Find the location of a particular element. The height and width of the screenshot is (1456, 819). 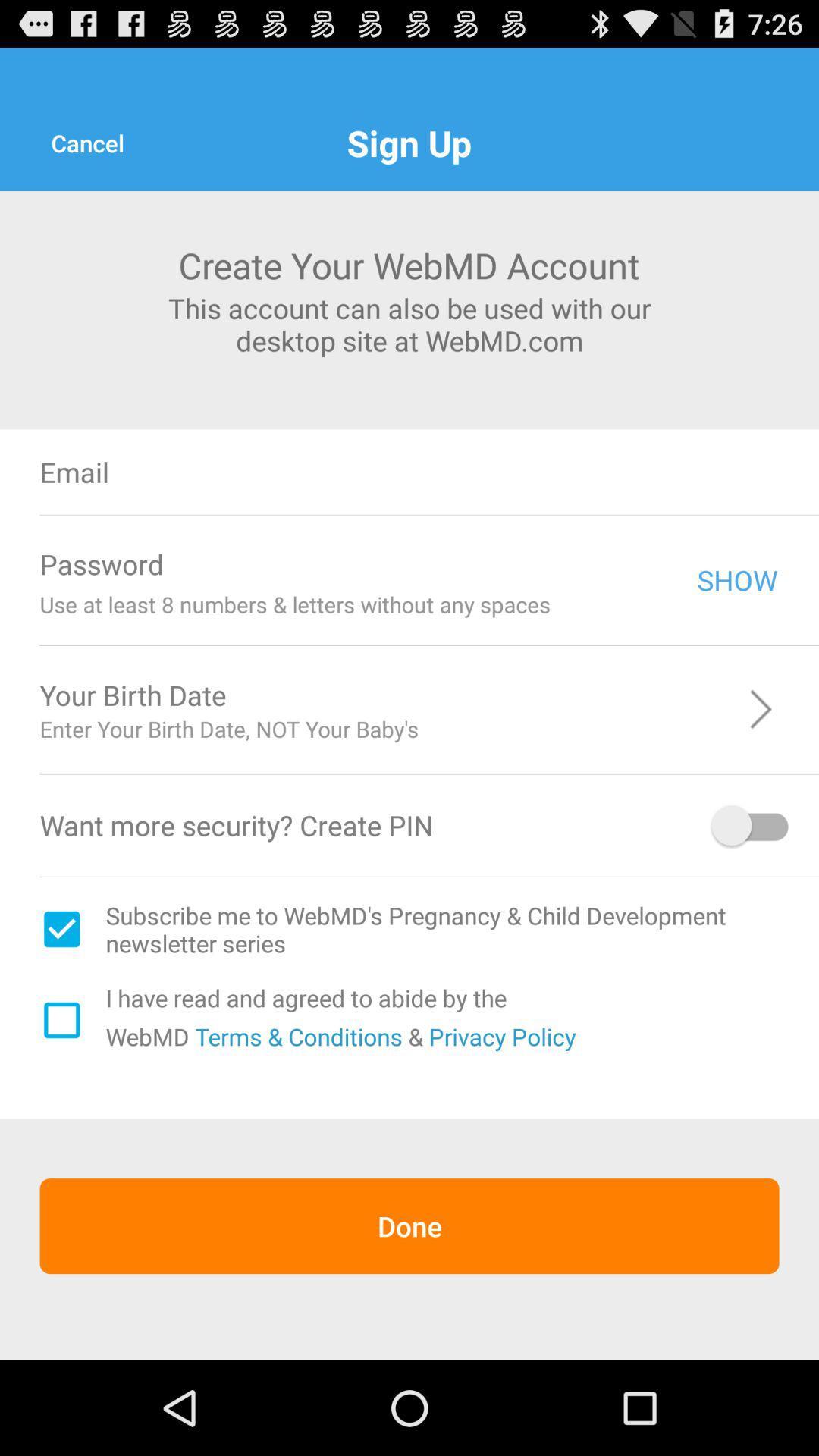

icon above the enter your birth is located at coordinates (528, 694).